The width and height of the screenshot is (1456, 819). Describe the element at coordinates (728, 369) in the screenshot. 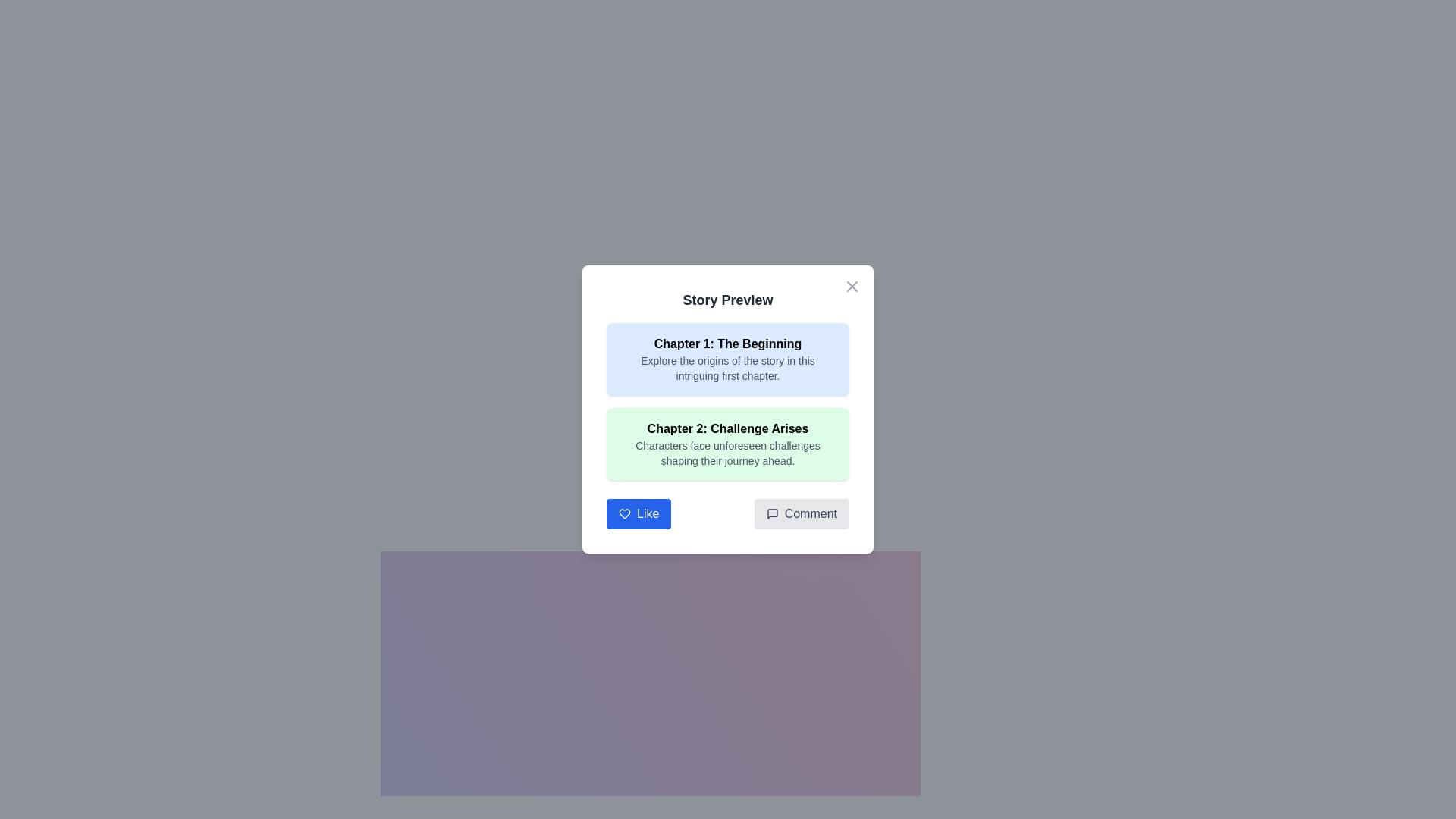

I see `the small gray text label that contains the sentence 'Explore the origins of the story in this intriguing first chapter.' located beneath the bold title 'Chapter 1: The Beginning' within a light blue background rectangle` at that location.